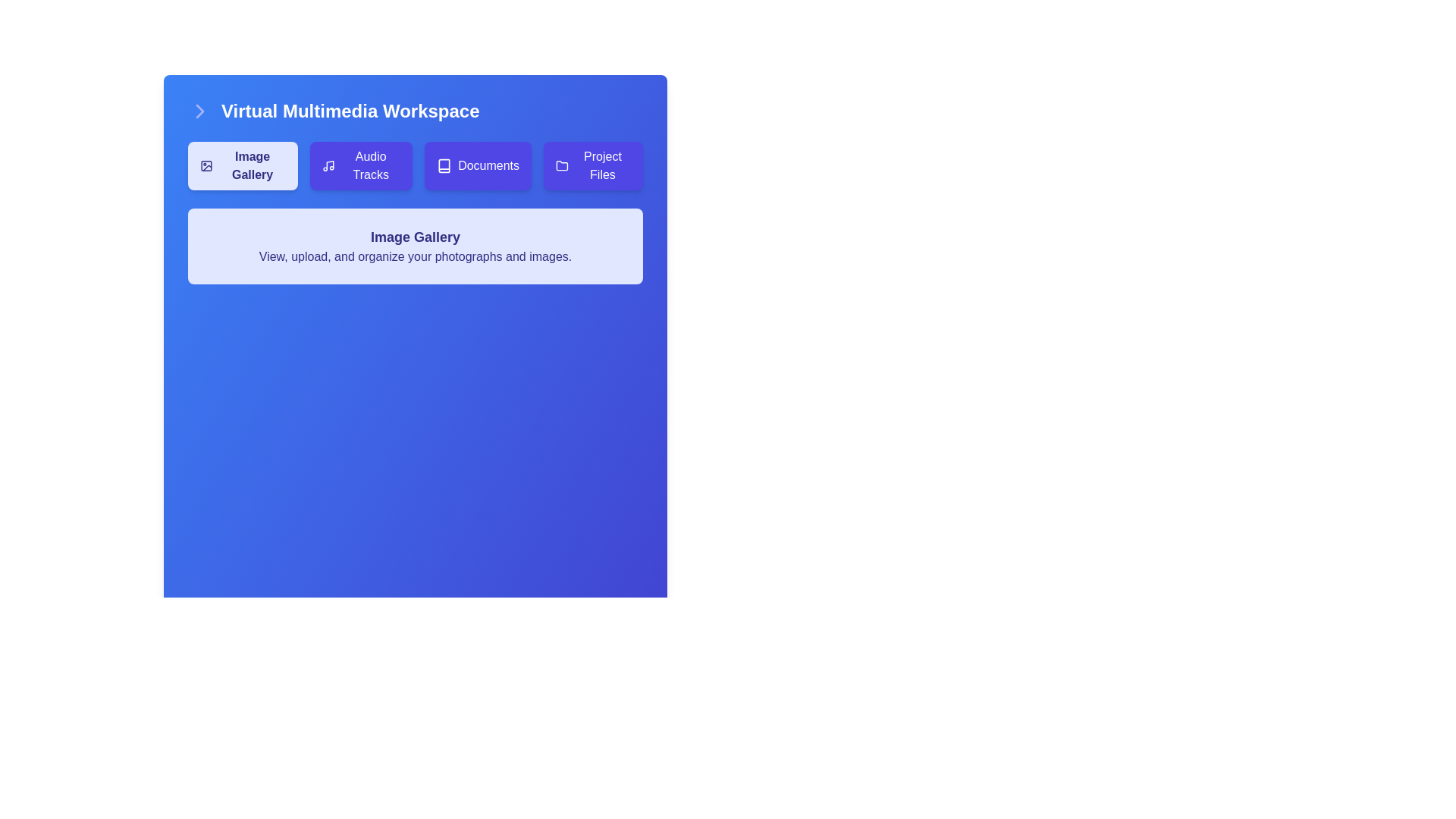  I want to click on the Text Label located at the top-left section of the main interface, which serves as a title or heading for the current workspace or application view, so click(350, 110).